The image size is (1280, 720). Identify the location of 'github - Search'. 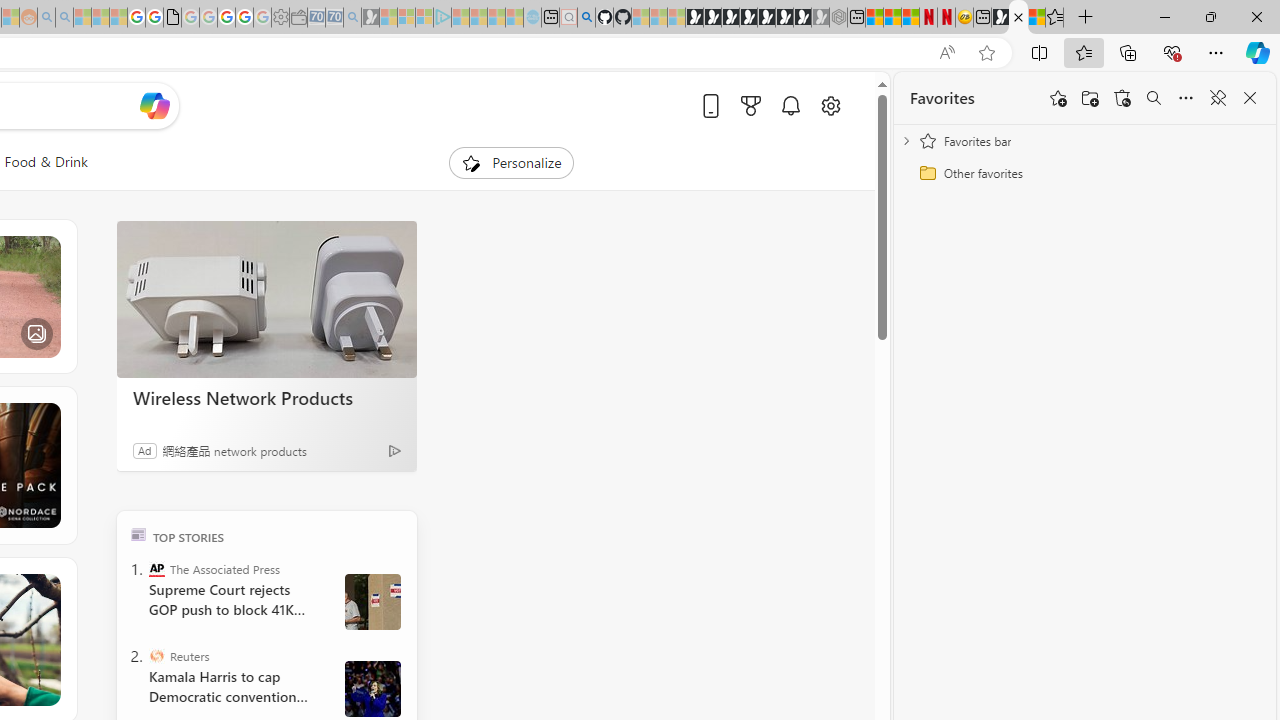
(585, 17).